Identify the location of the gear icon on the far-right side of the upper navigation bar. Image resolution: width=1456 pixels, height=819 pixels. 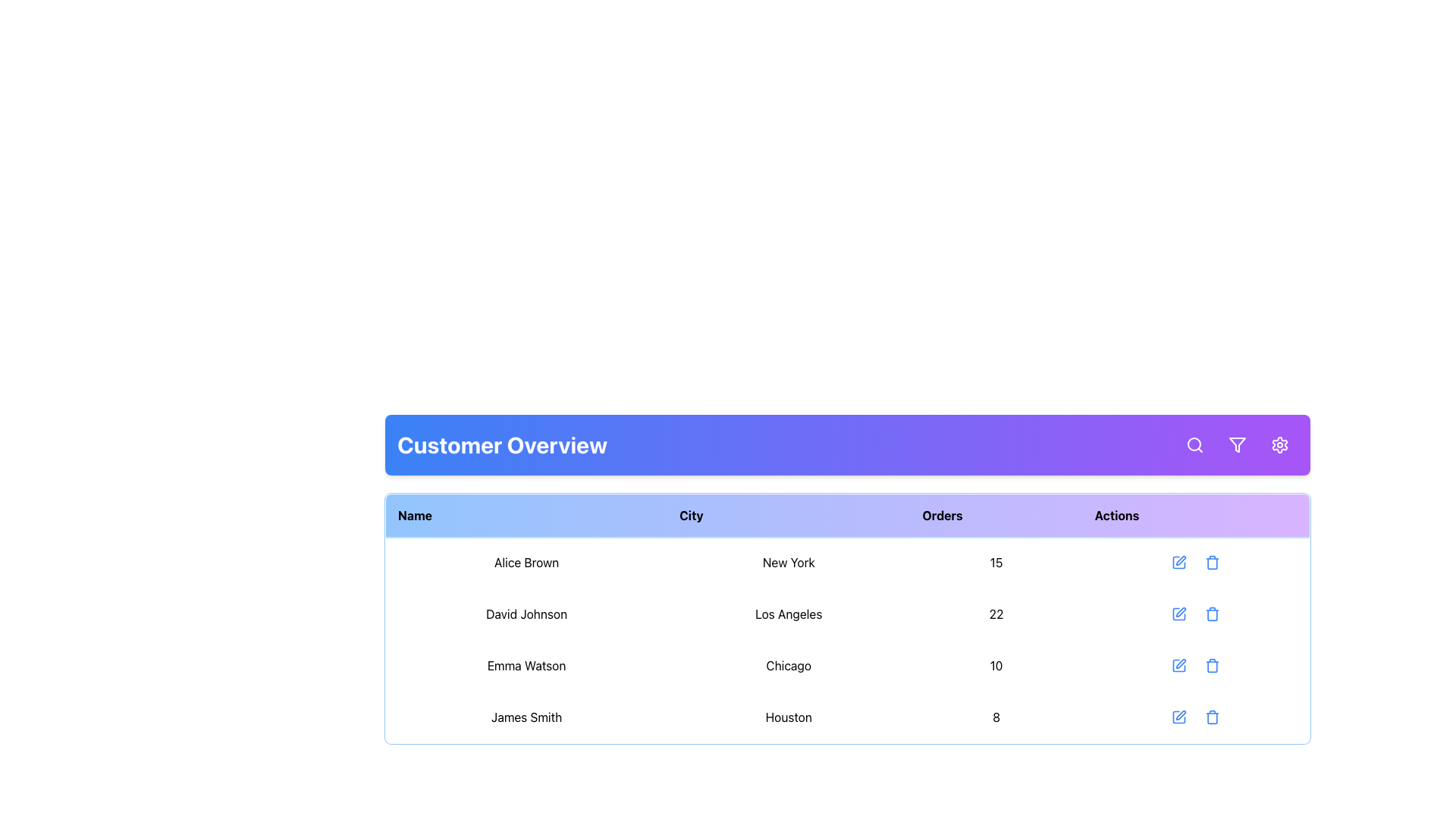
(1279, 444).